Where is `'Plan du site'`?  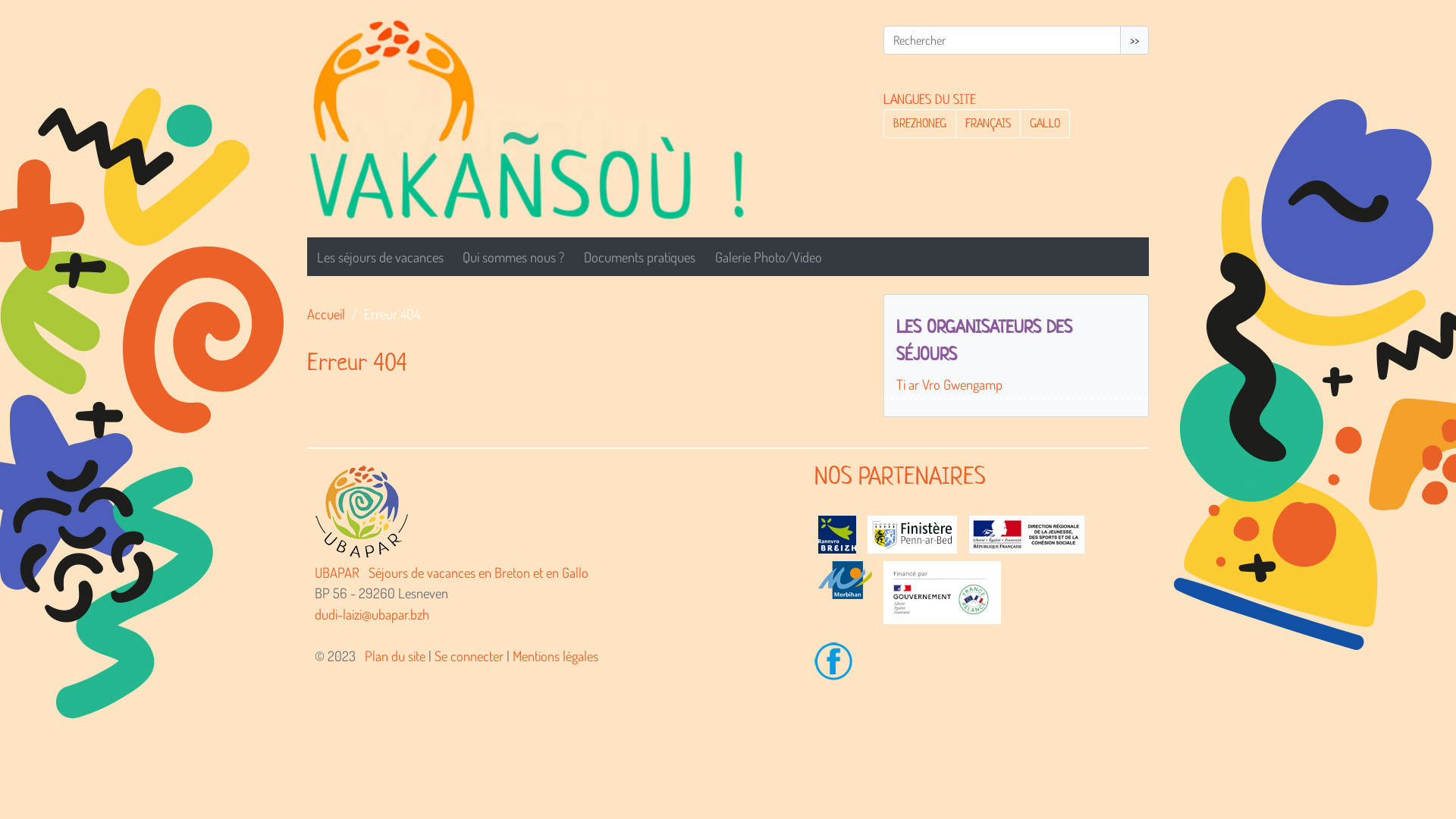
'Plan du site' is located at coordinates (364, 654).